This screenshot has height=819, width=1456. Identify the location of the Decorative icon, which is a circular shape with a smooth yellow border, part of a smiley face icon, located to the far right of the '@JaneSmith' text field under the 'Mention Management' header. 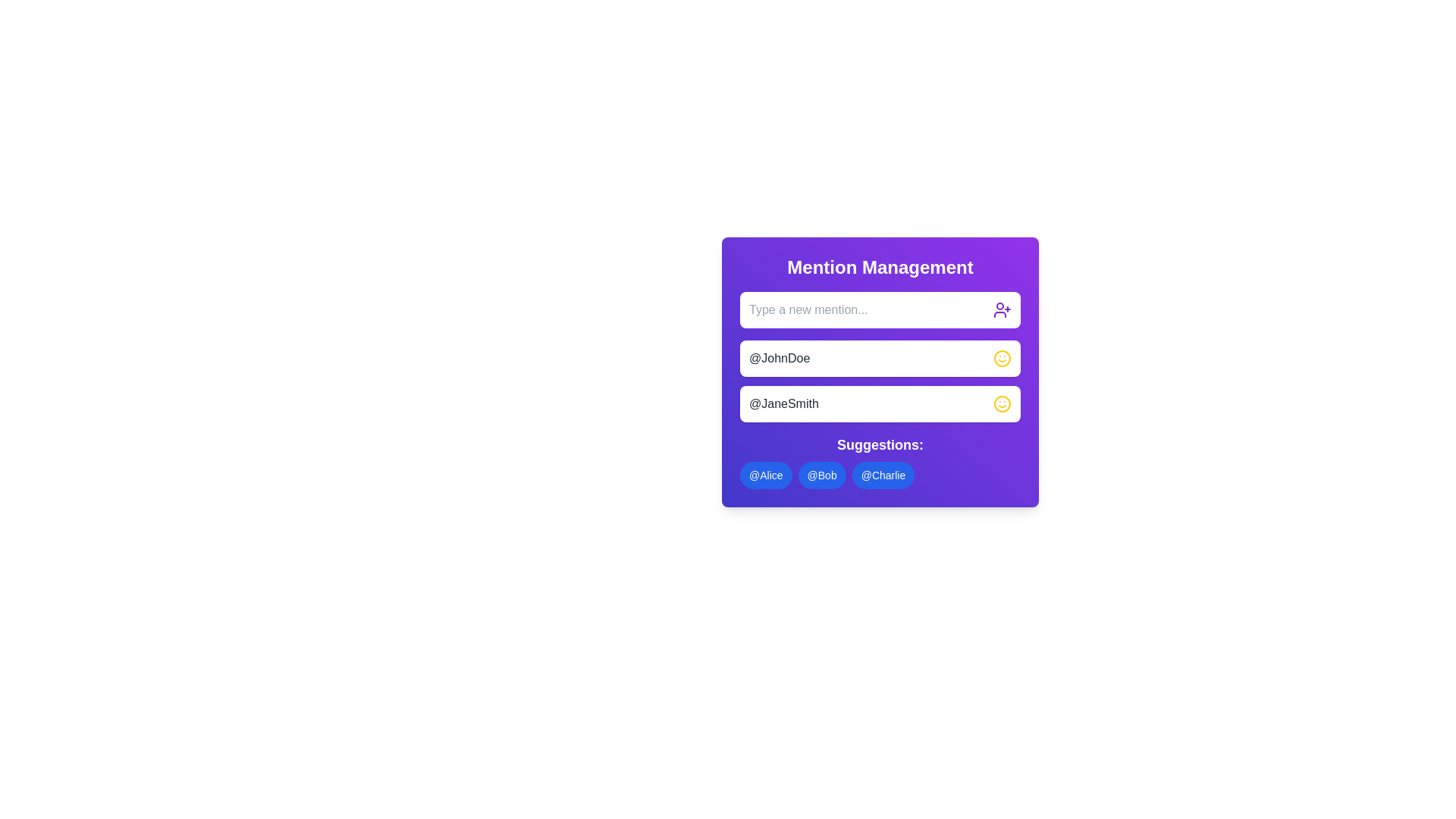
(1002, 359).